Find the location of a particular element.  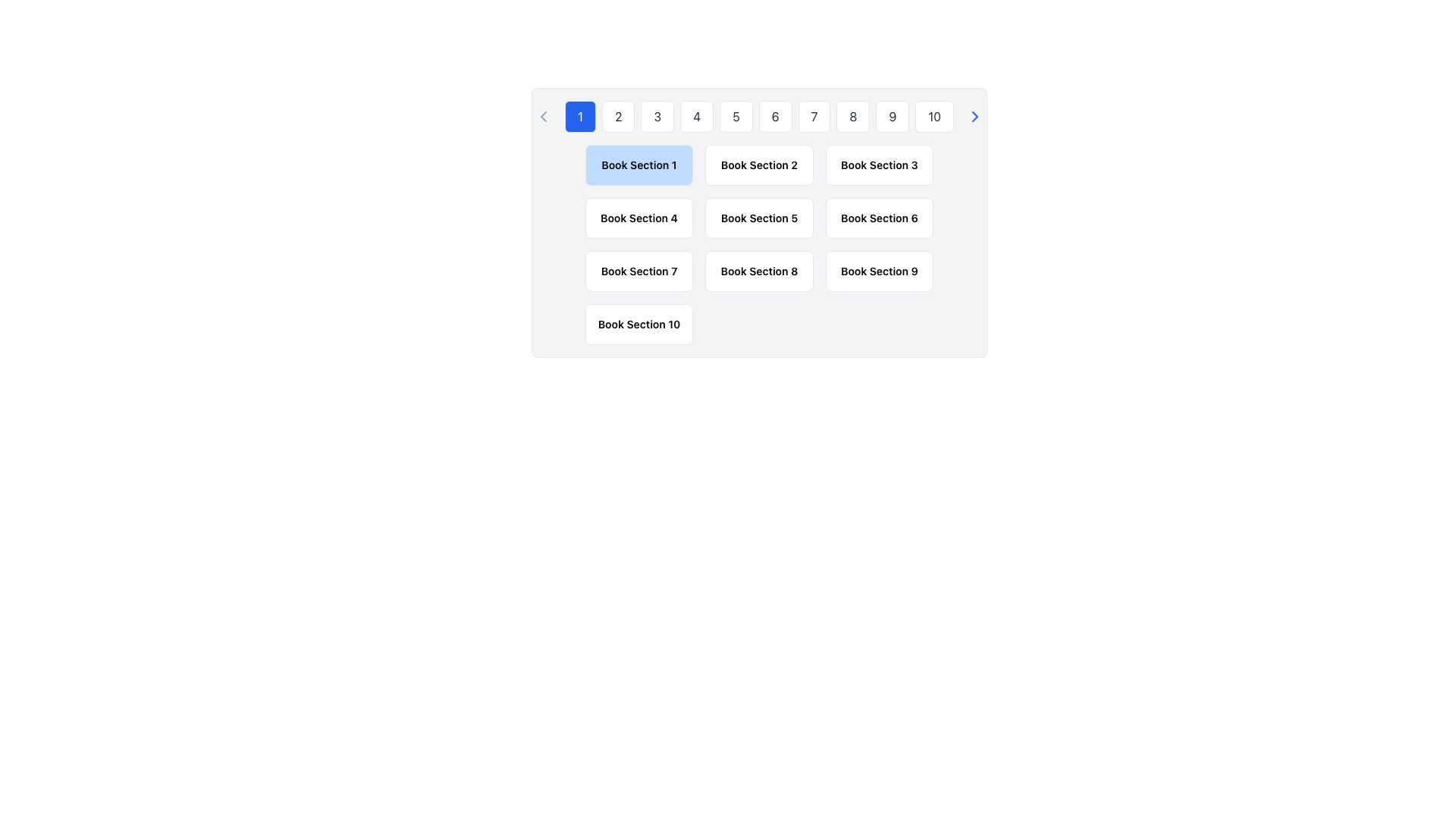

the selectable text label 'Book Section 7' located in the second row and first column of the grid layout is located at coordinates (639, 271).